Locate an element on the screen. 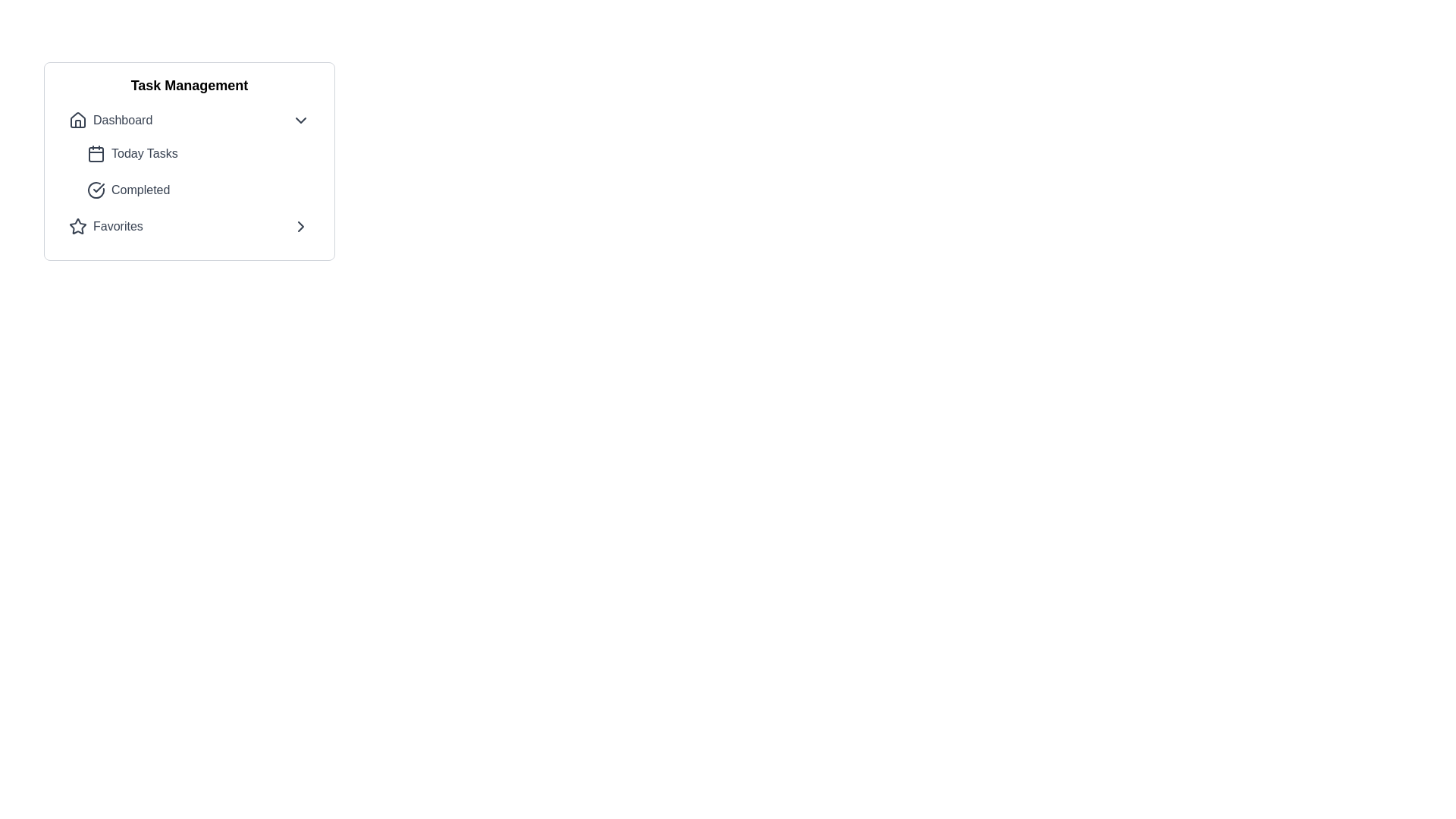 The image size is (1456, 819). the star-shaped icon located in the 'Favorites' row of the 'Task Management' section is located at coordinates (77, 227).